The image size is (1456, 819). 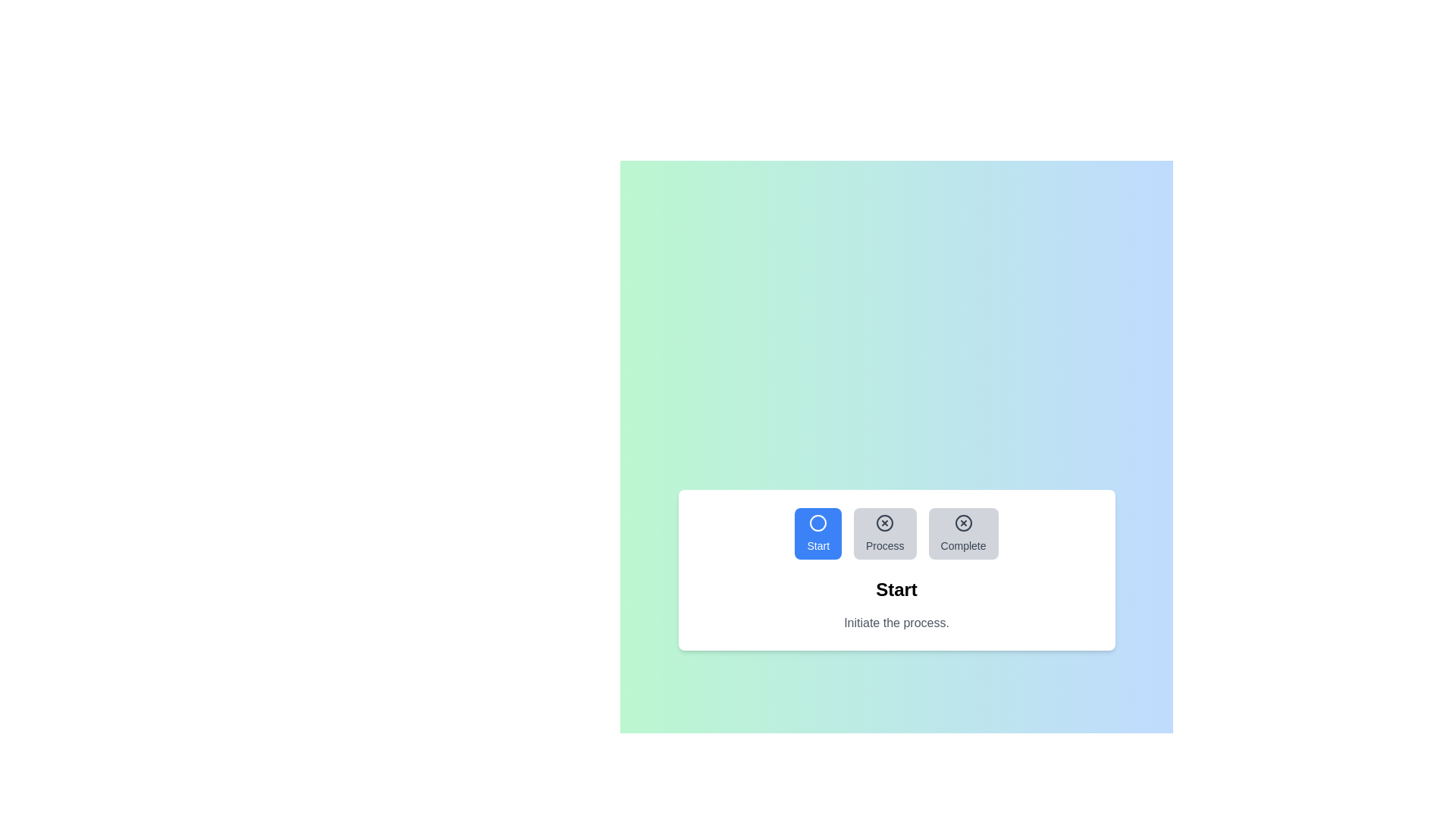 What do you see at coordinates (885, 522) in the screenshot?
I see `the visual styling of the SVG Circle element located within the 'Process' button in the card-like interface` at bounding box center [885, 522].